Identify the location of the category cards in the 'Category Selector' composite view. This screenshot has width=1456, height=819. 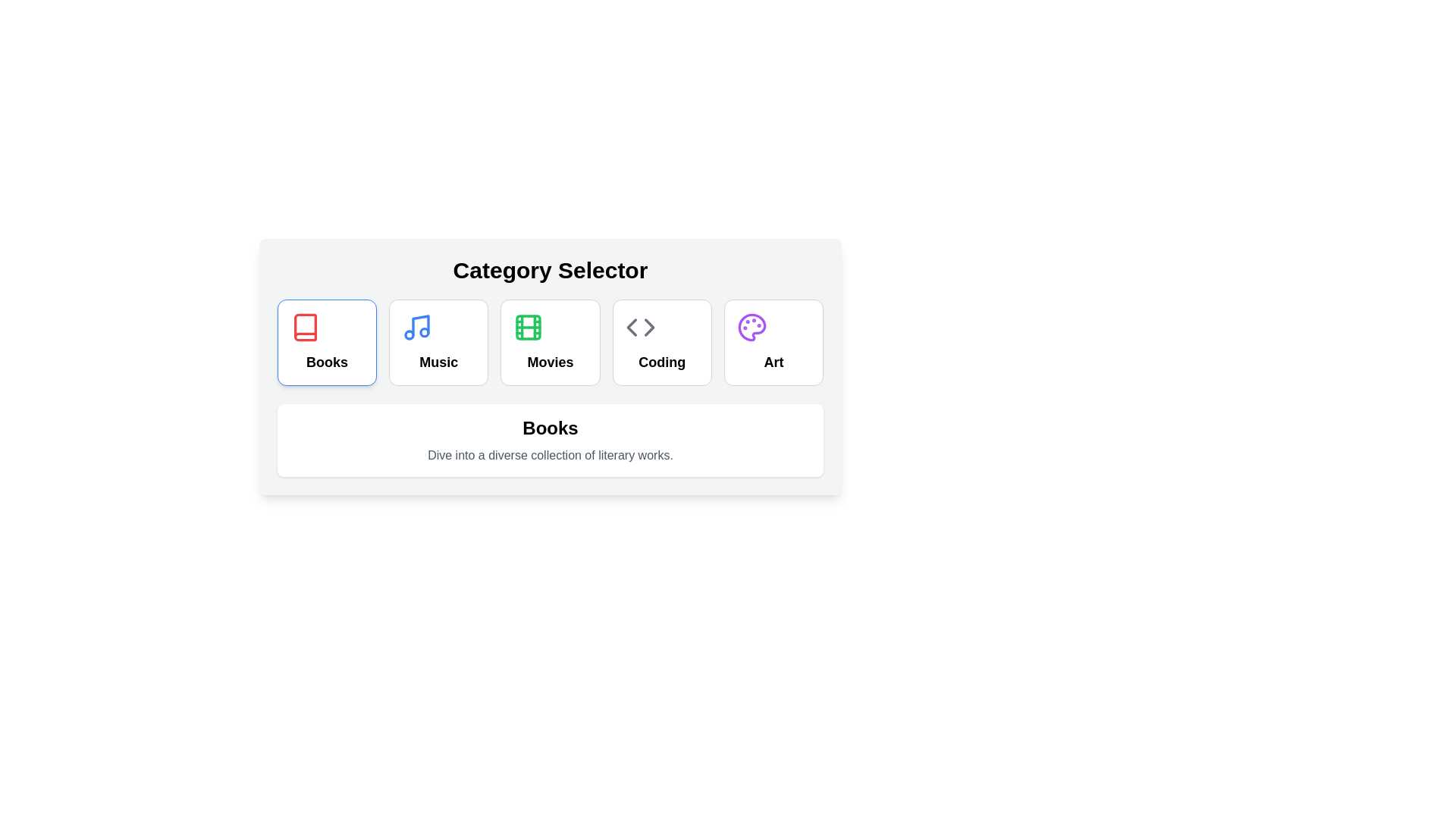
(549, 366).